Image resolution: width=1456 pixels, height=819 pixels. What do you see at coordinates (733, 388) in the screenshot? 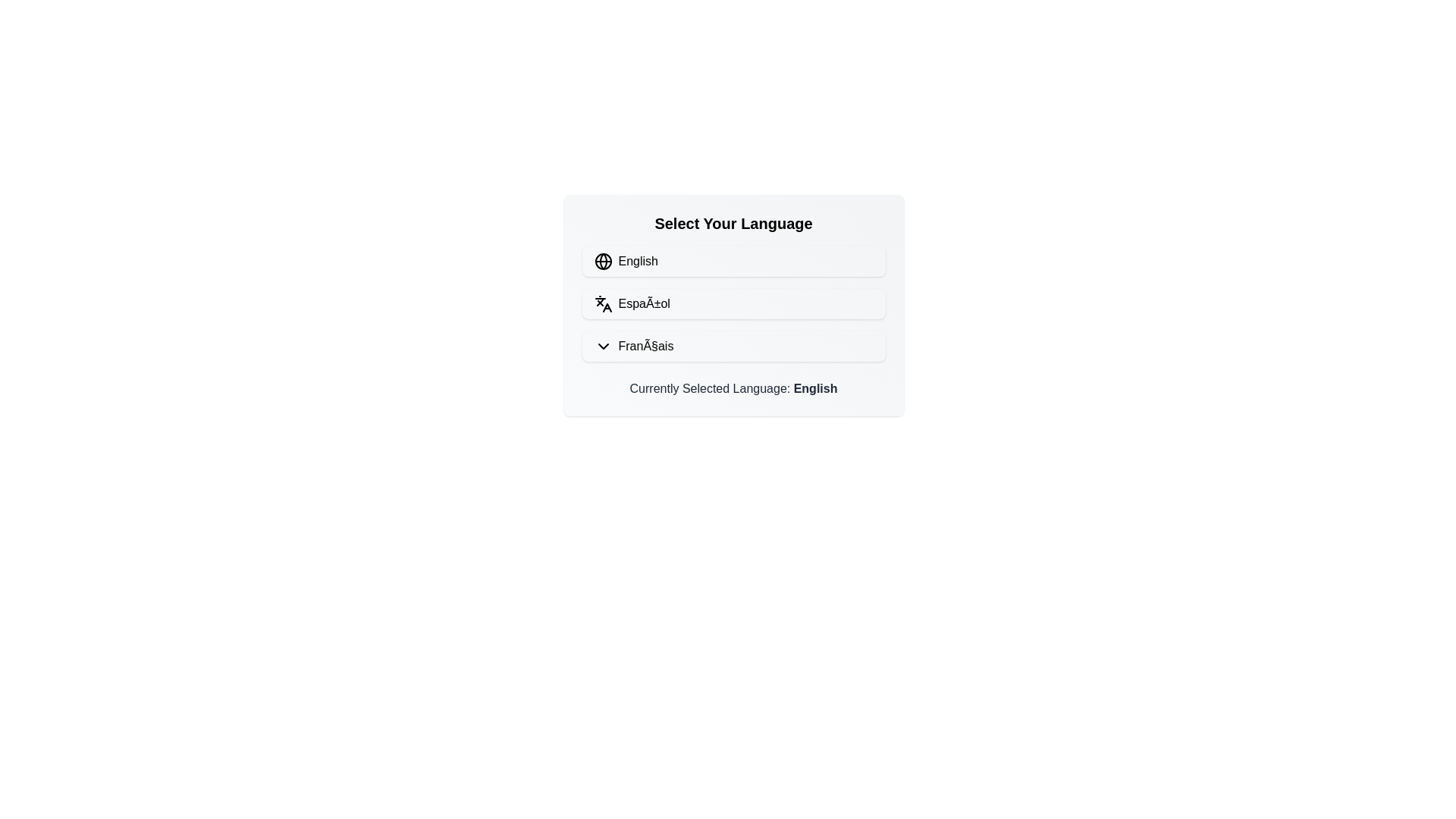
I see `text displayed in the Text Display component which shows 'Currently Selected Language: English', emphasized with 'English' in bold` at bounding box center [733, 388].